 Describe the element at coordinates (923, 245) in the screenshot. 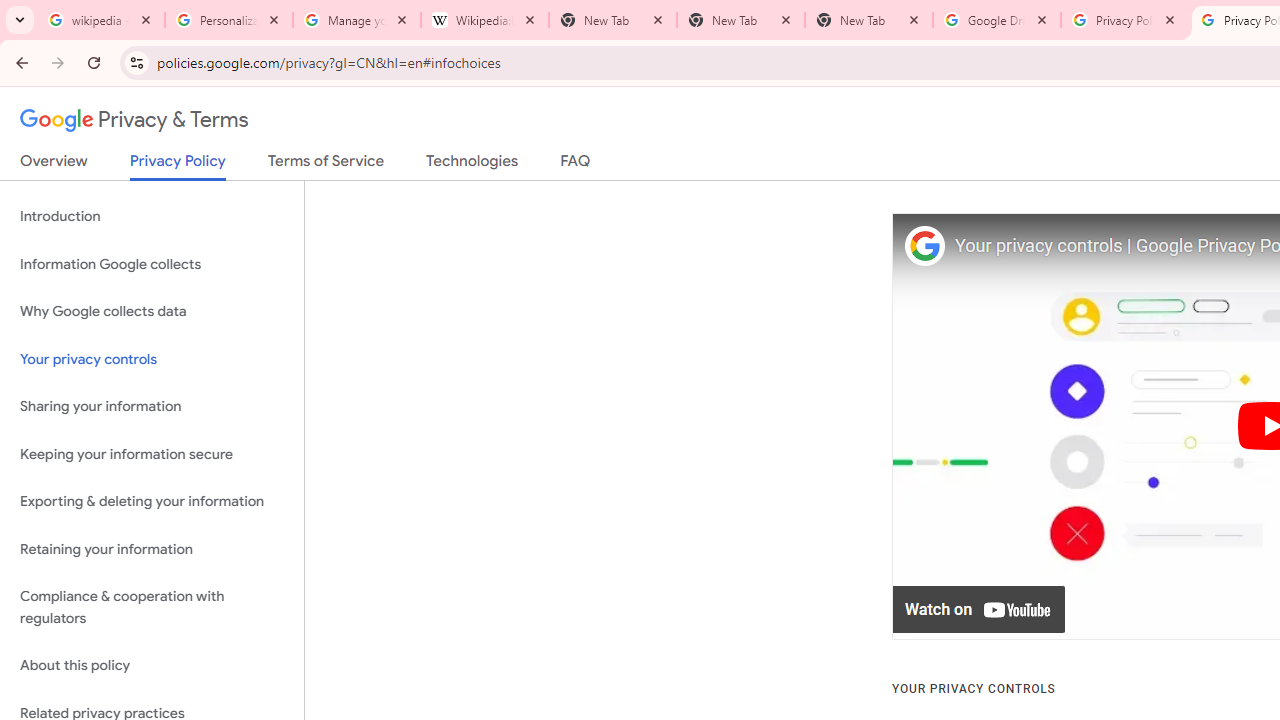

I see `'Photo image of Google'` at that location.